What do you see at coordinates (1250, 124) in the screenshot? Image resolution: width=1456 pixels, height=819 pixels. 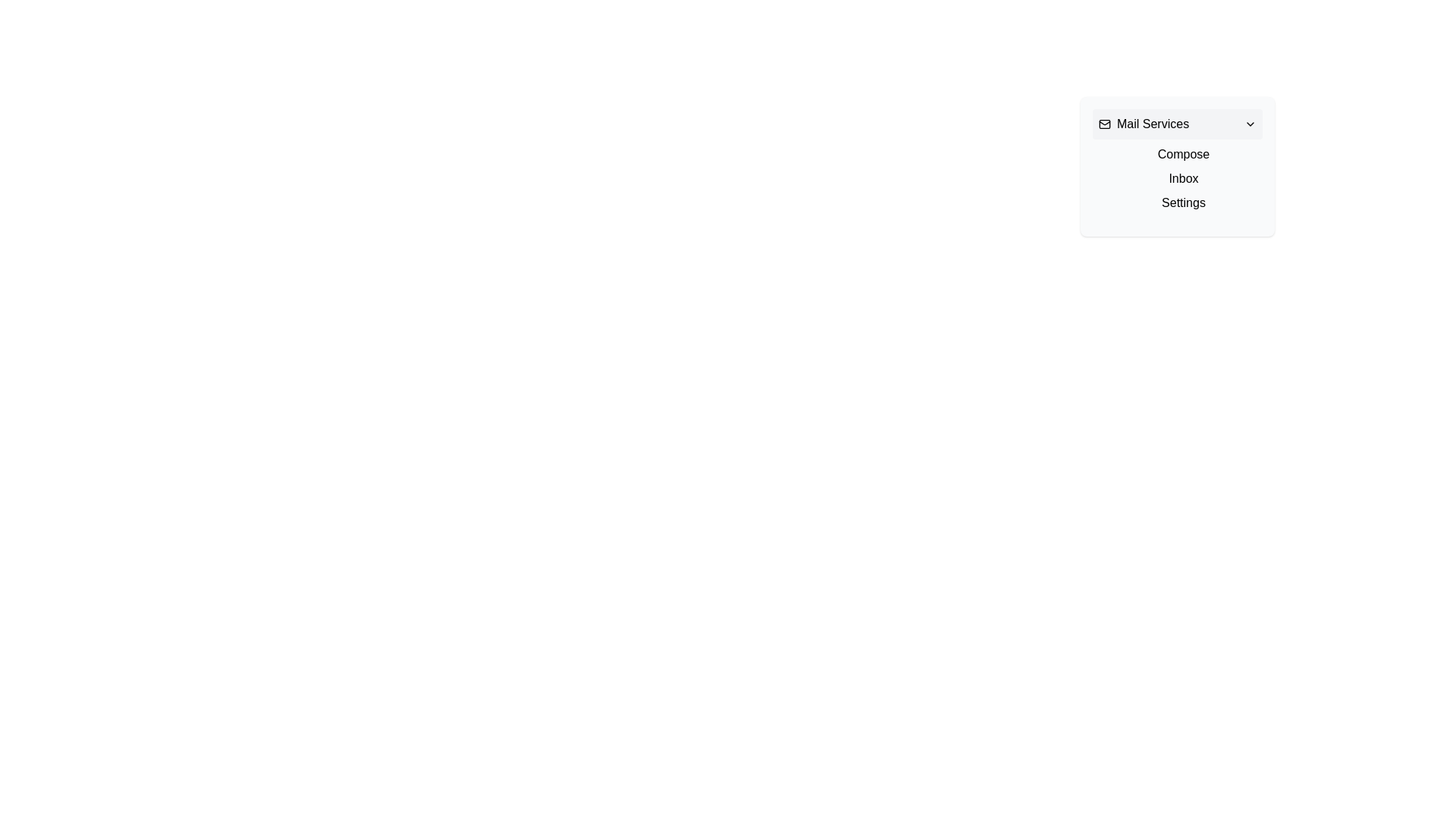 I see `the black chevron-down icon` at bounding box center [1250, 124].